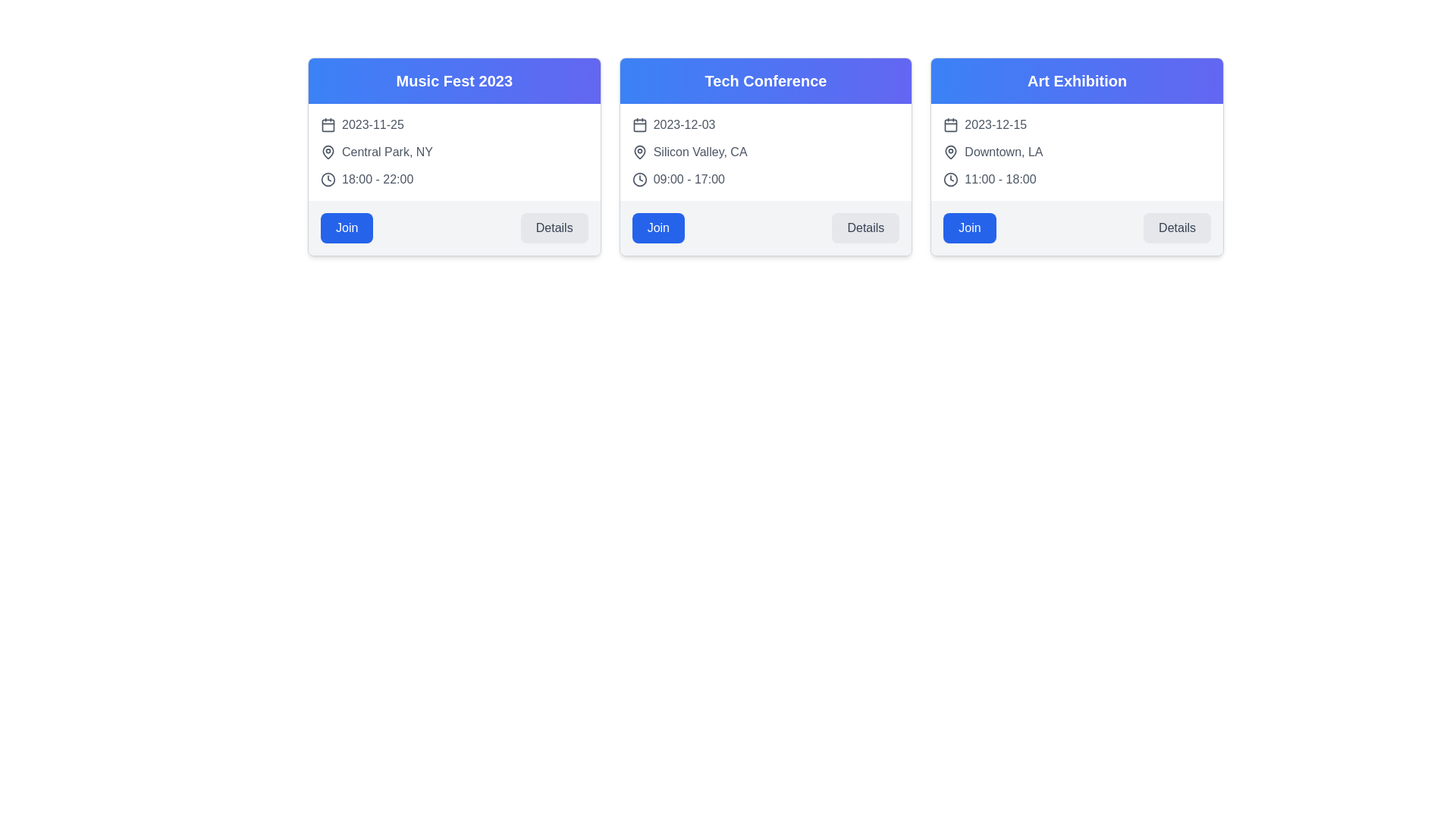 The image size is (1456, 819). Describe the element at coordinates (950, 178) in the screenshot. I see `the clock icon located in the 'Art Exhibition' card, positioned to the left of the time range text '11:00 - 18:00'` at that location.